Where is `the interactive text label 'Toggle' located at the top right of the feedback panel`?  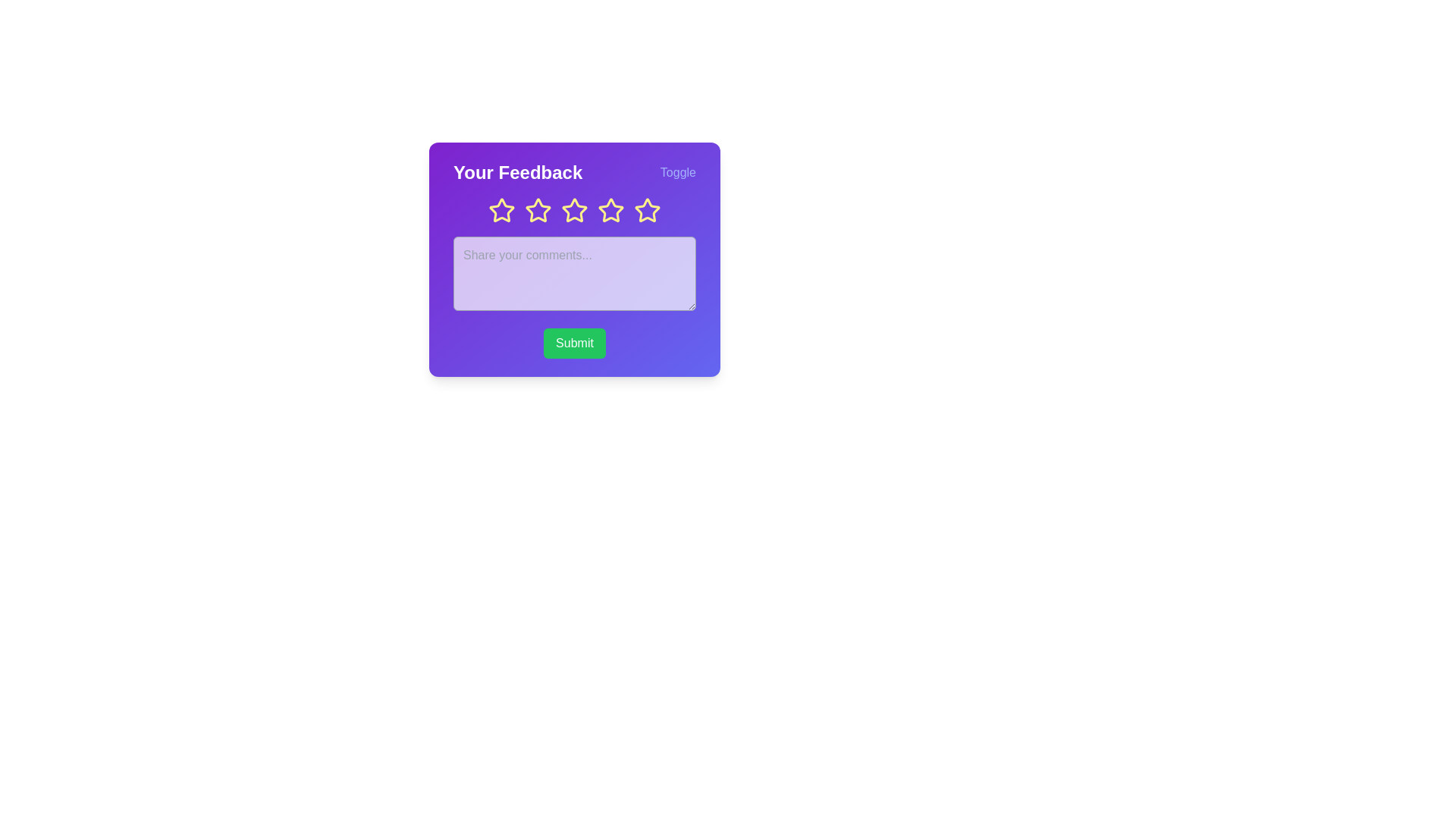 the interactive text label 'Toggle' located at the top right of the feedback panel is located at coordinates (677, 171).